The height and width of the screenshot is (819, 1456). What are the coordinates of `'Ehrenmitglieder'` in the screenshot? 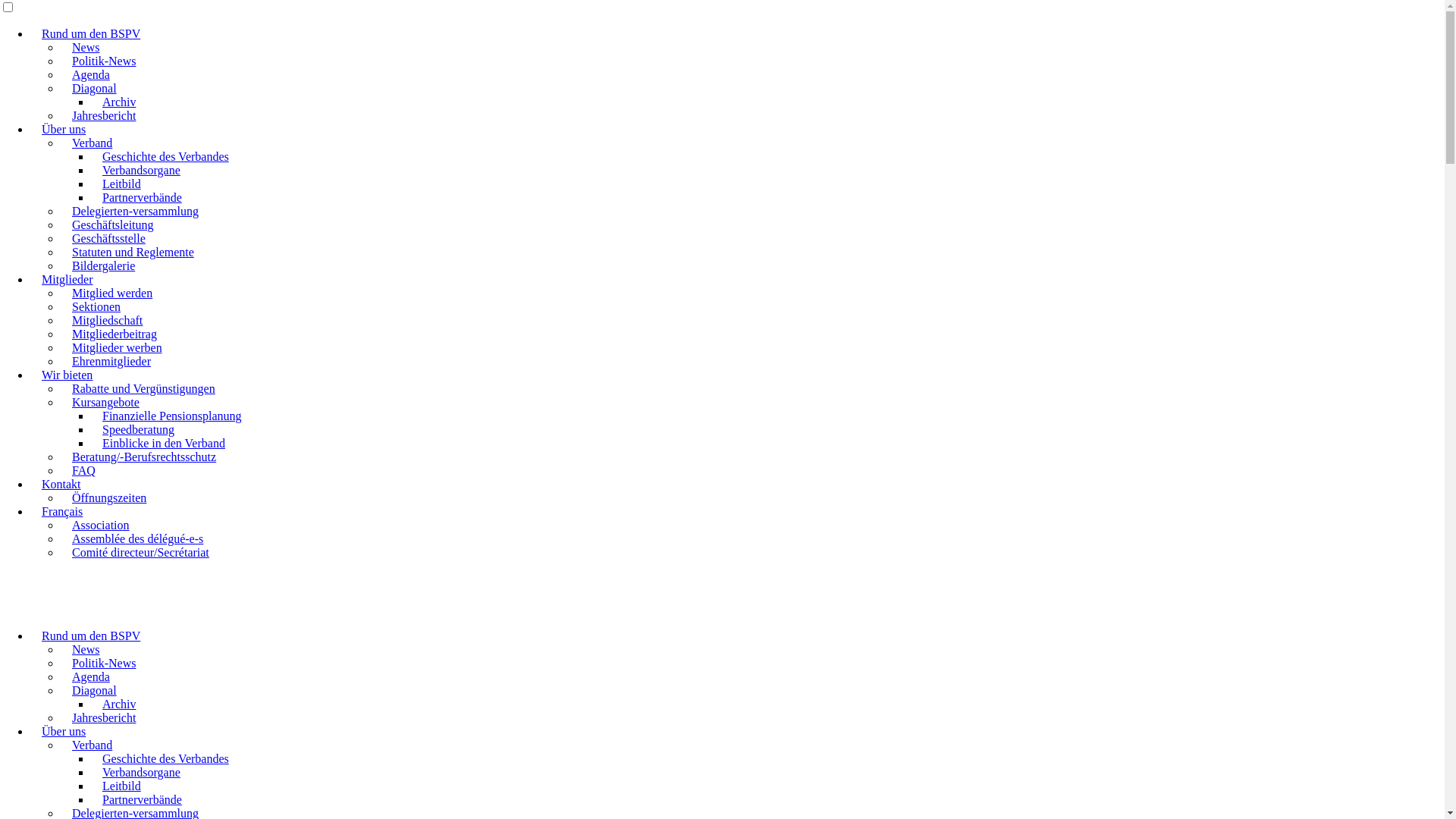 It's located at (61, 361).